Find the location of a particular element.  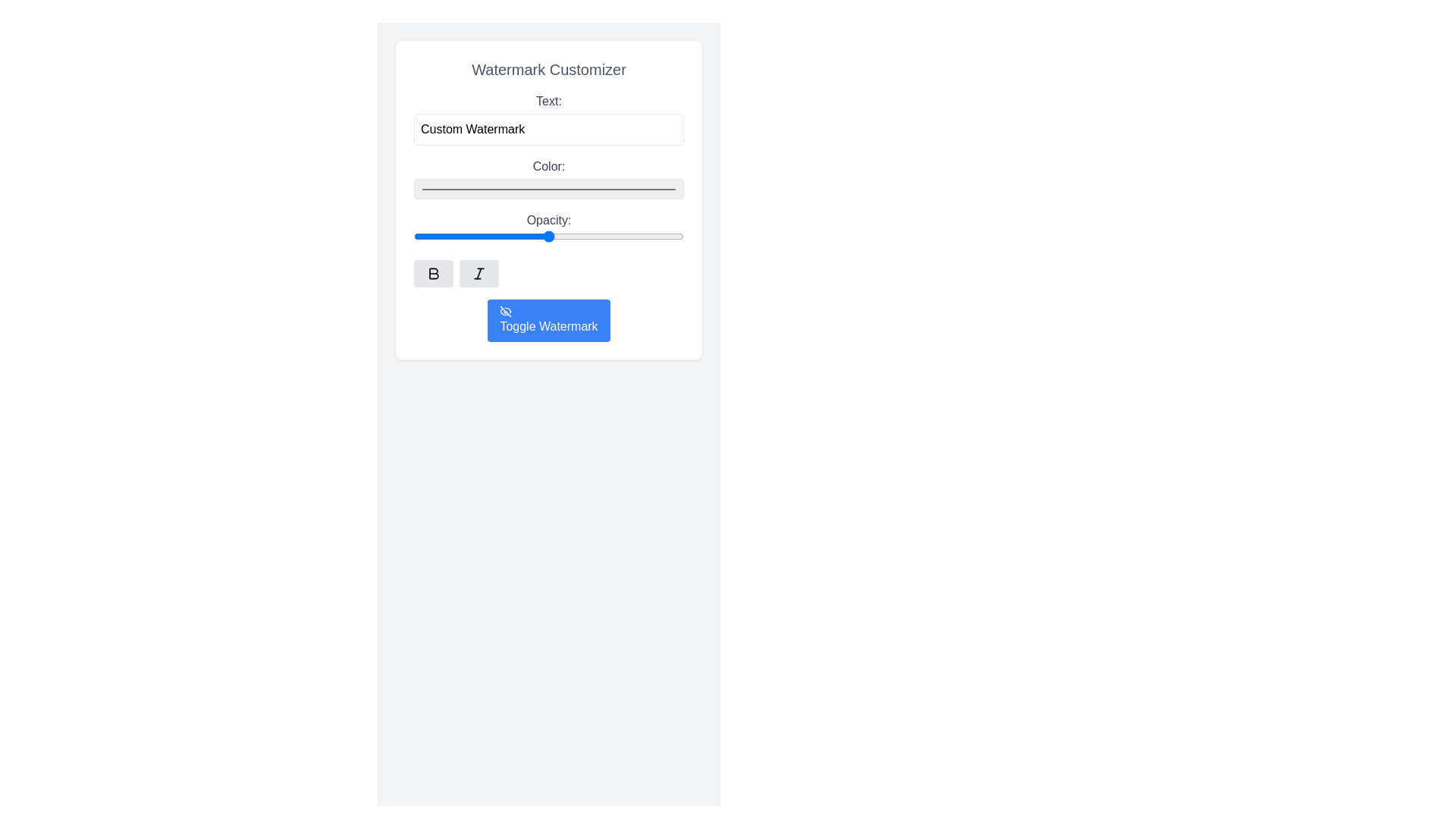

the icon resembling an italicized letter 'I' in the watermark customizer interface is located at coordinates (479, 274).